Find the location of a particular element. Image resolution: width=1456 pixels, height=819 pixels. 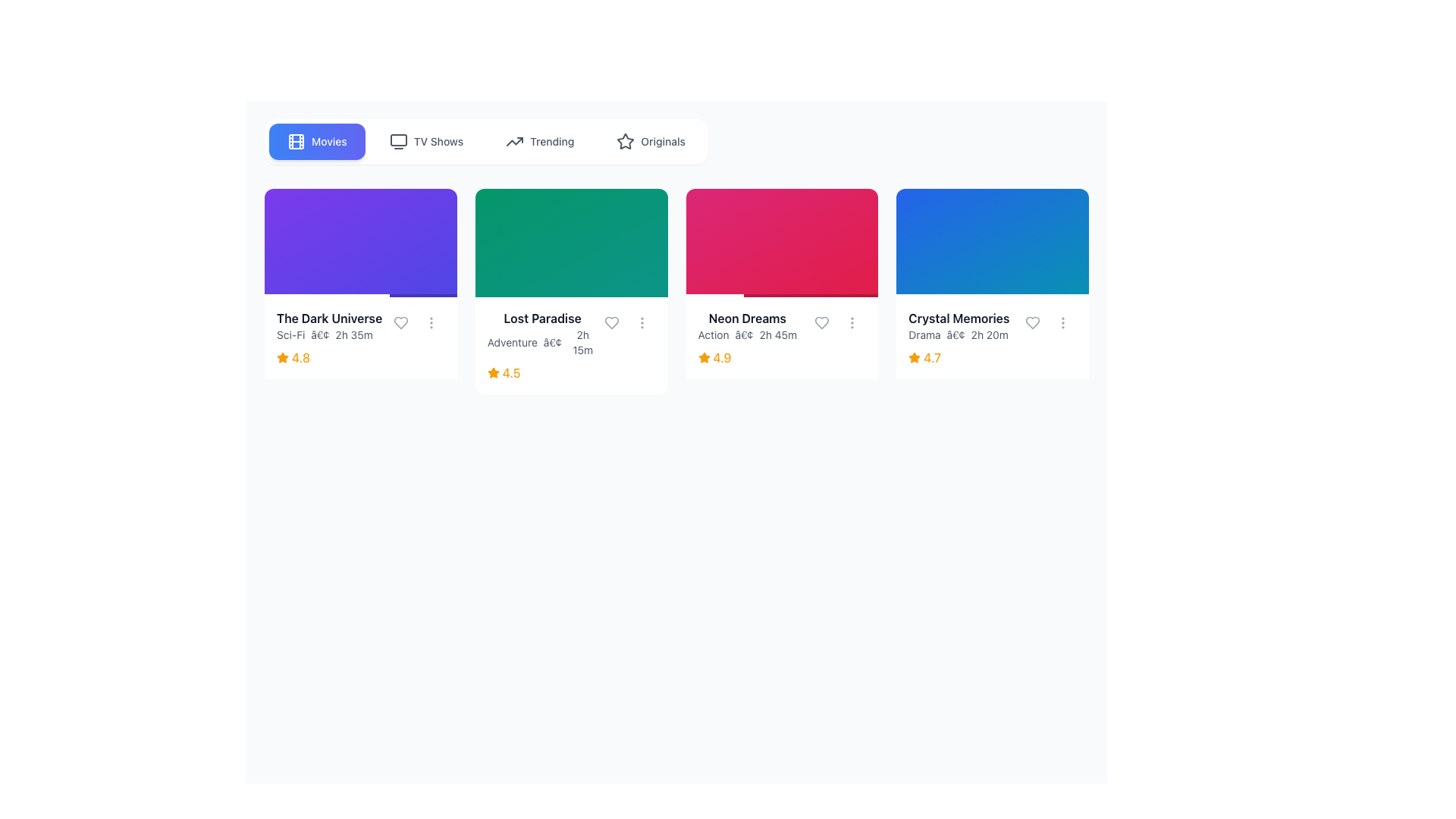

the text block displaying the title 'The Dark Universe' along with the subtitle 'Sci-Fi' and duration '2h 35m', located within the first movie card on the left is located at coordinates (328, 325).